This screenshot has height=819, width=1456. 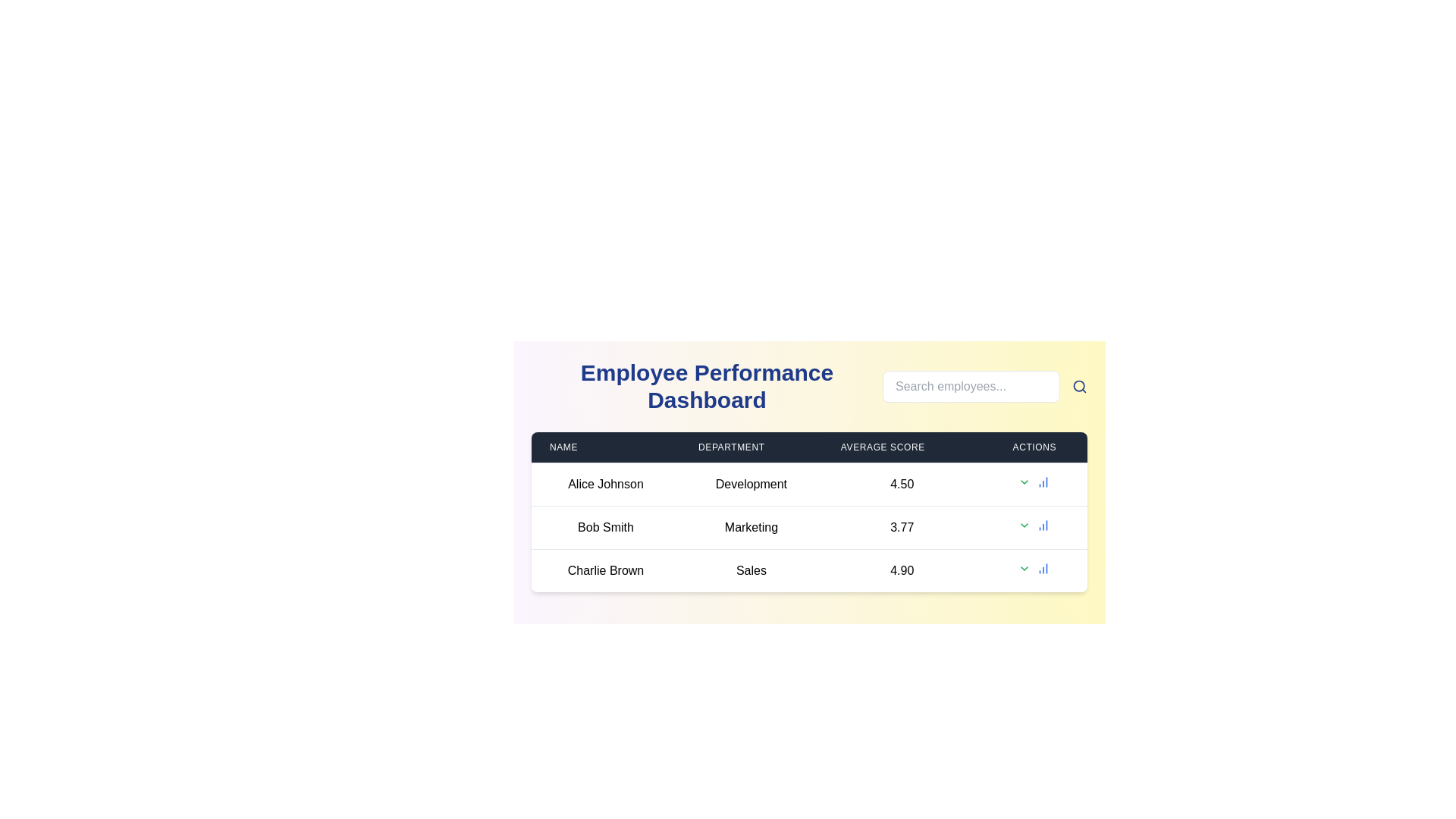 I want to click on displayed value '4.50' from the AVERAGE SCORE column in the Employee Performance Dashboard table, specifically for Alice Johnson in the Development department, so click(x=902, y=485).